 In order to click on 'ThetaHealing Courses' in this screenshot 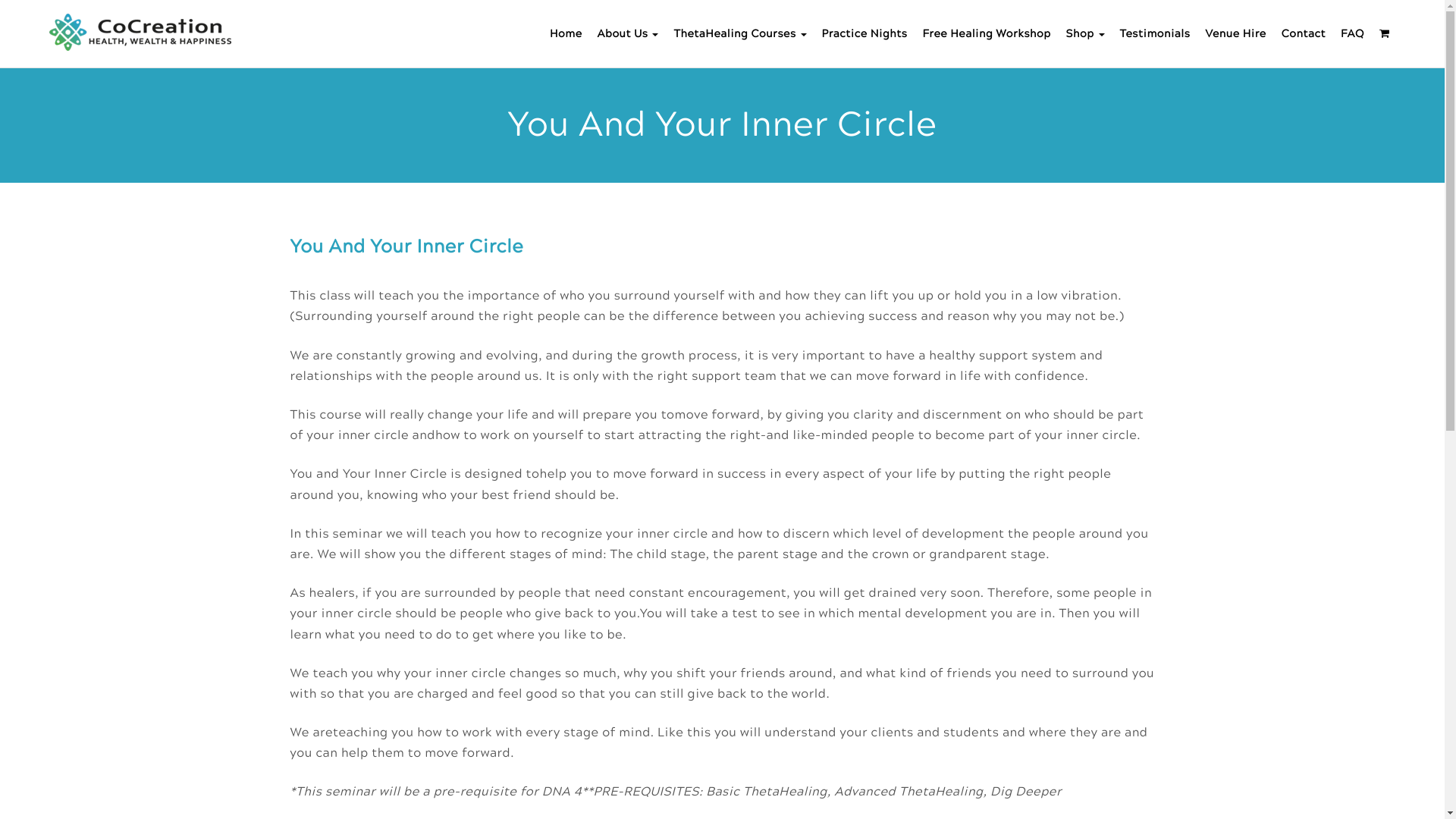, I will do `click(739, 32)`.